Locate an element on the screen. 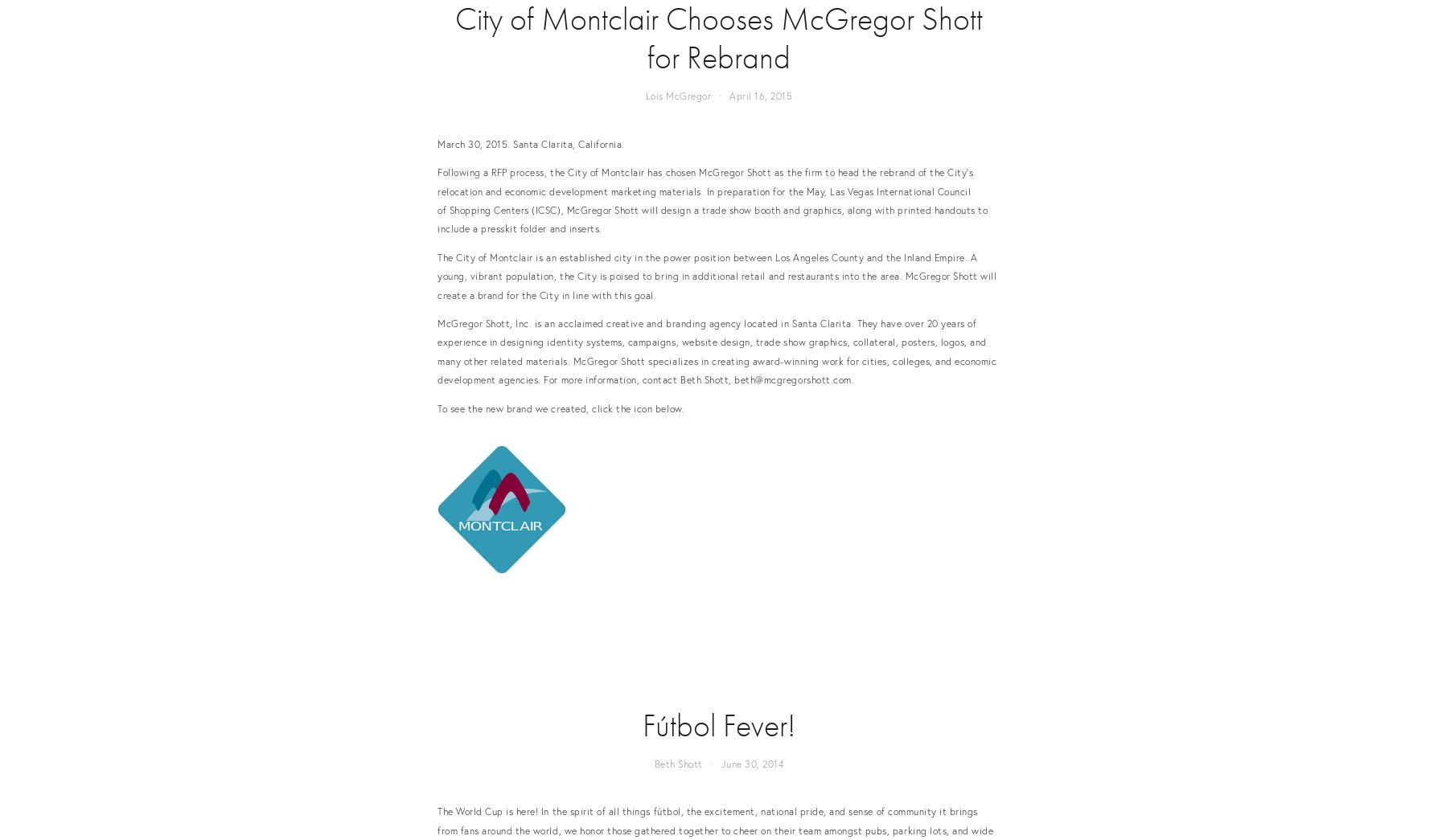 The width and height of the screenshot is (1438, 840). 'Following a RFP process, the City of Montclair has chosen McGregor Shott as the firm to head the rebrand of the City's relocation and economic development marketing materials. In preparation for the May, Las Vegas International Council of Shopping Centers (ICSC), McGregor Shott will design a trade show booth and graphics, along with printed handouts to include a presskit folder and inserts.' is located at coordinates (711, 199).